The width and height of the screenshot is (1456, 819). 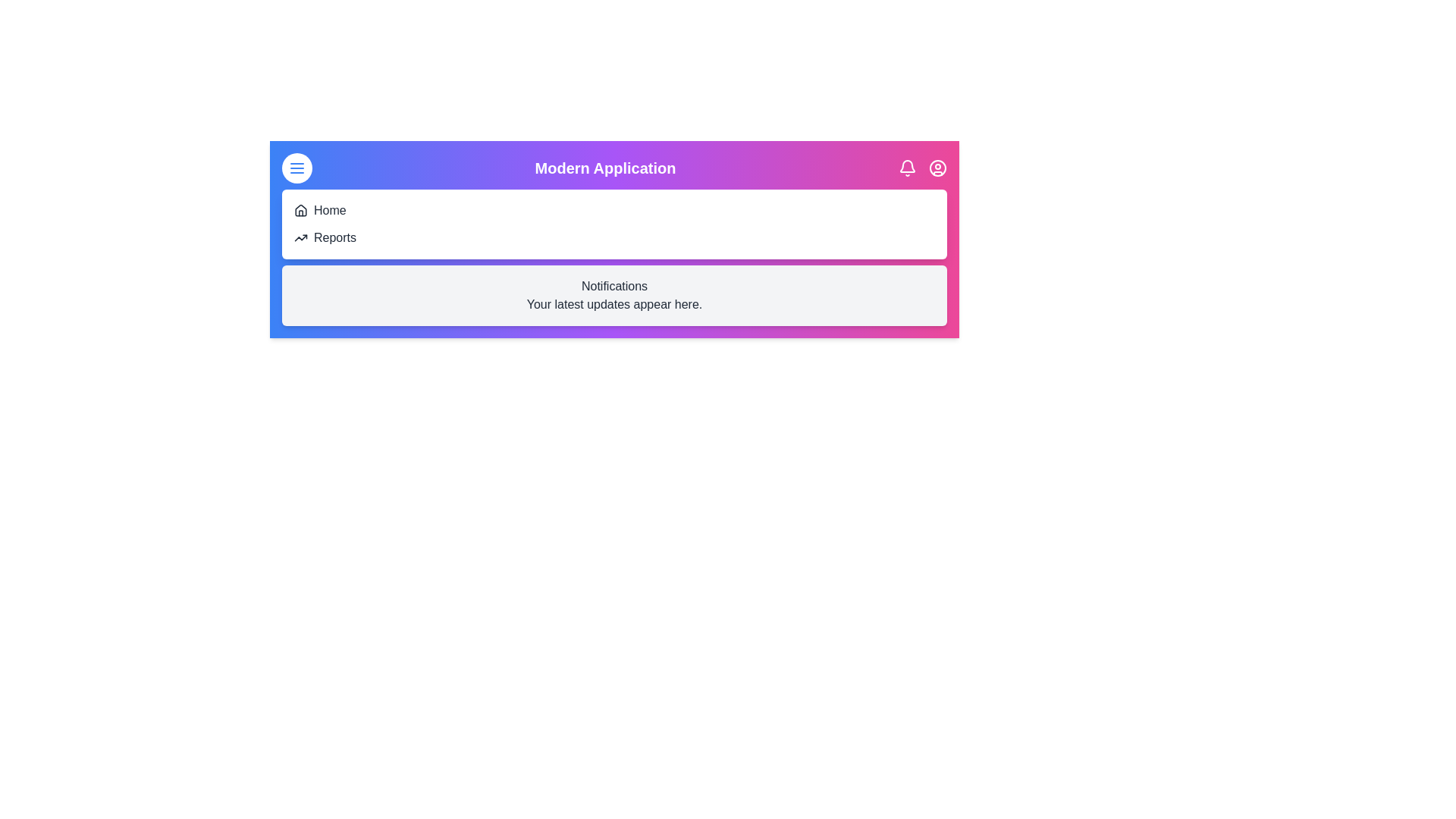 What do you see at coordinates (334, 237) in the screenshot?
I see `the 'Reports' menu item to navigate to the Reports section` at bounding box center [334, 237].